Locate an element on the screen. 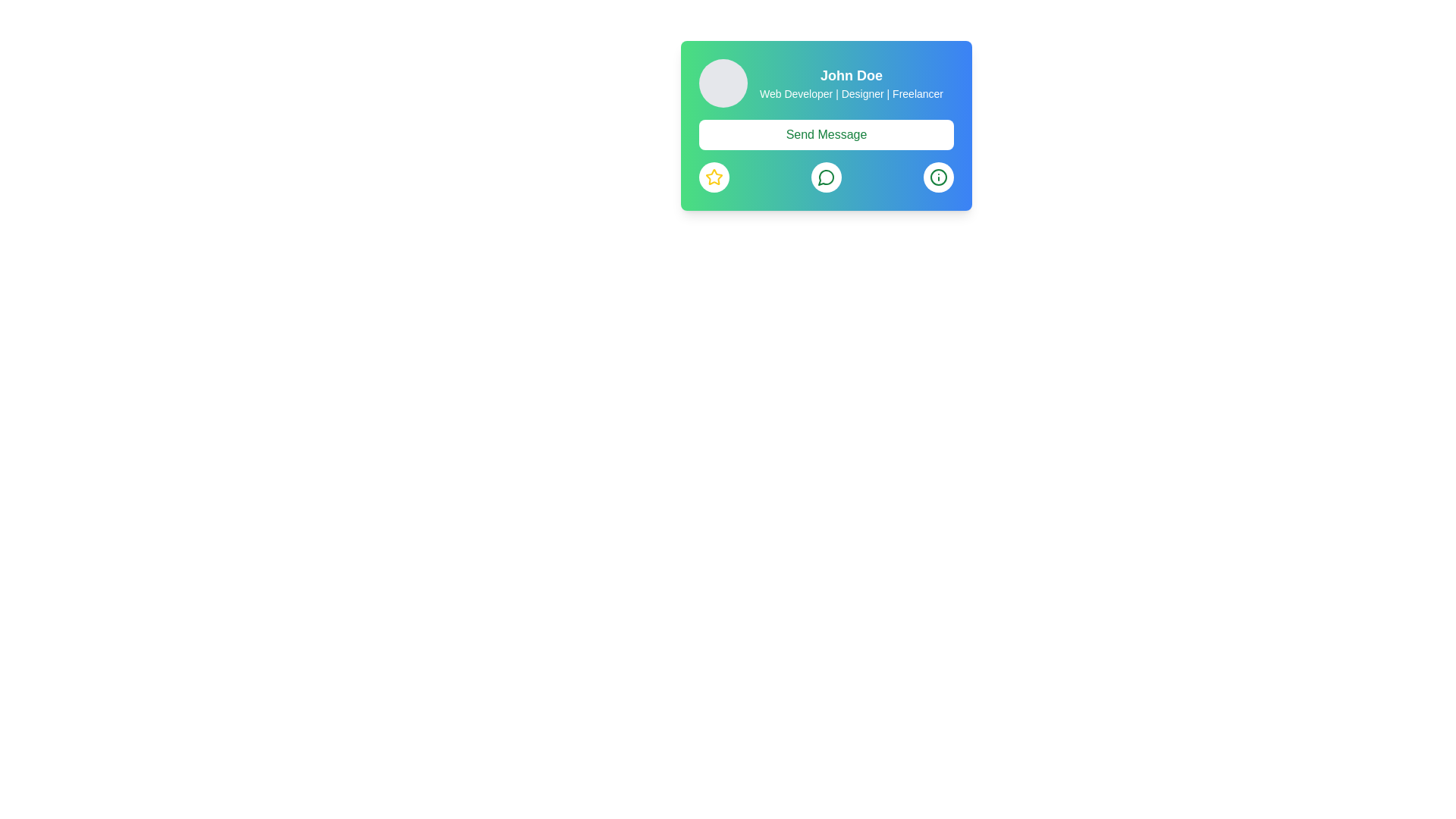 The height and width of the screenshot is (819, 1456). the text display element that shows 'John Doe' is located at coordinates (852, 76).